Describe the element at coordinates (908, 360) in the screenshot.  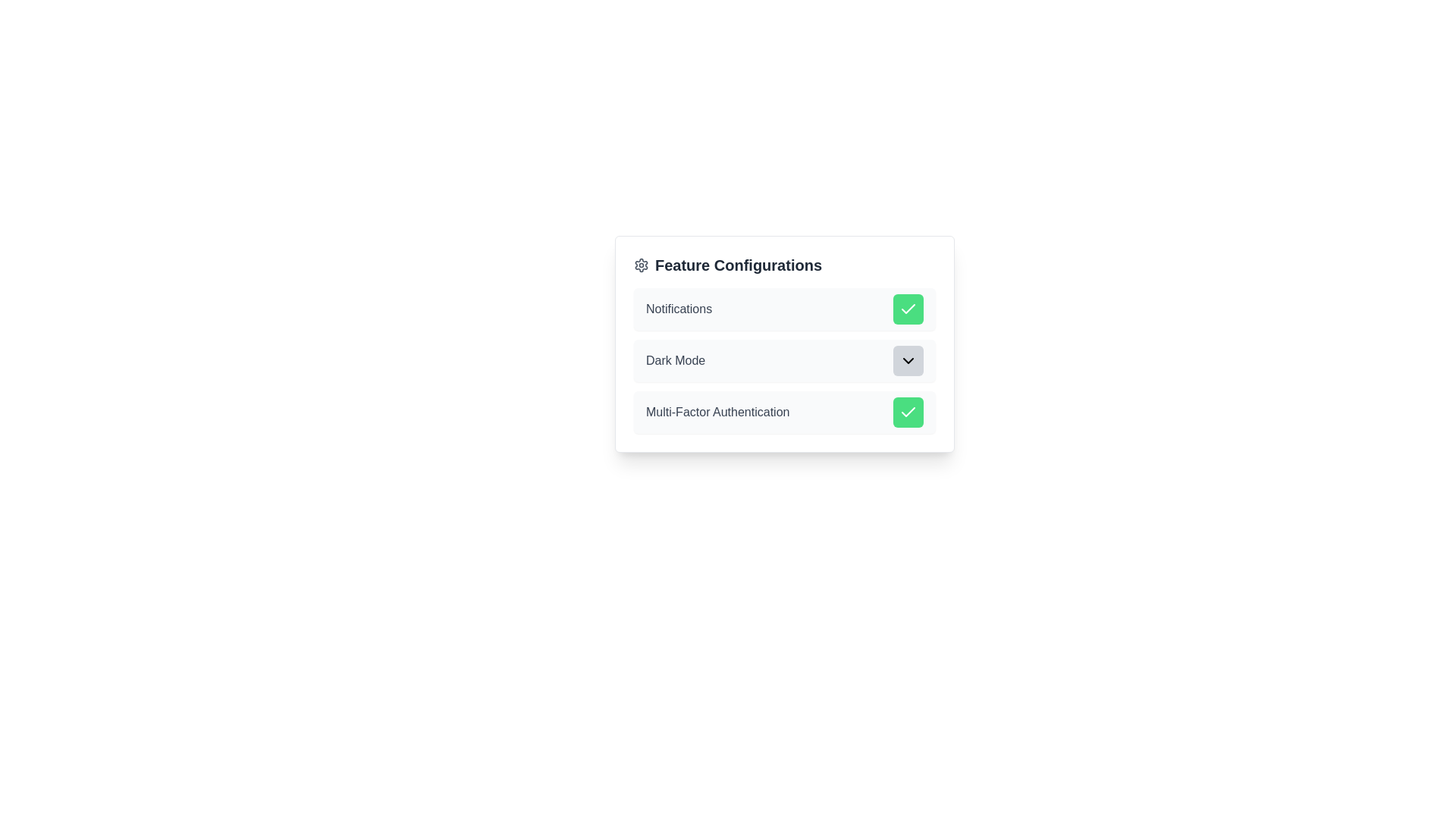
I see `the chevron-down arrow icon located to the right of the 'Dark Mode' label in the 'Feature Configurations' section` at that location.